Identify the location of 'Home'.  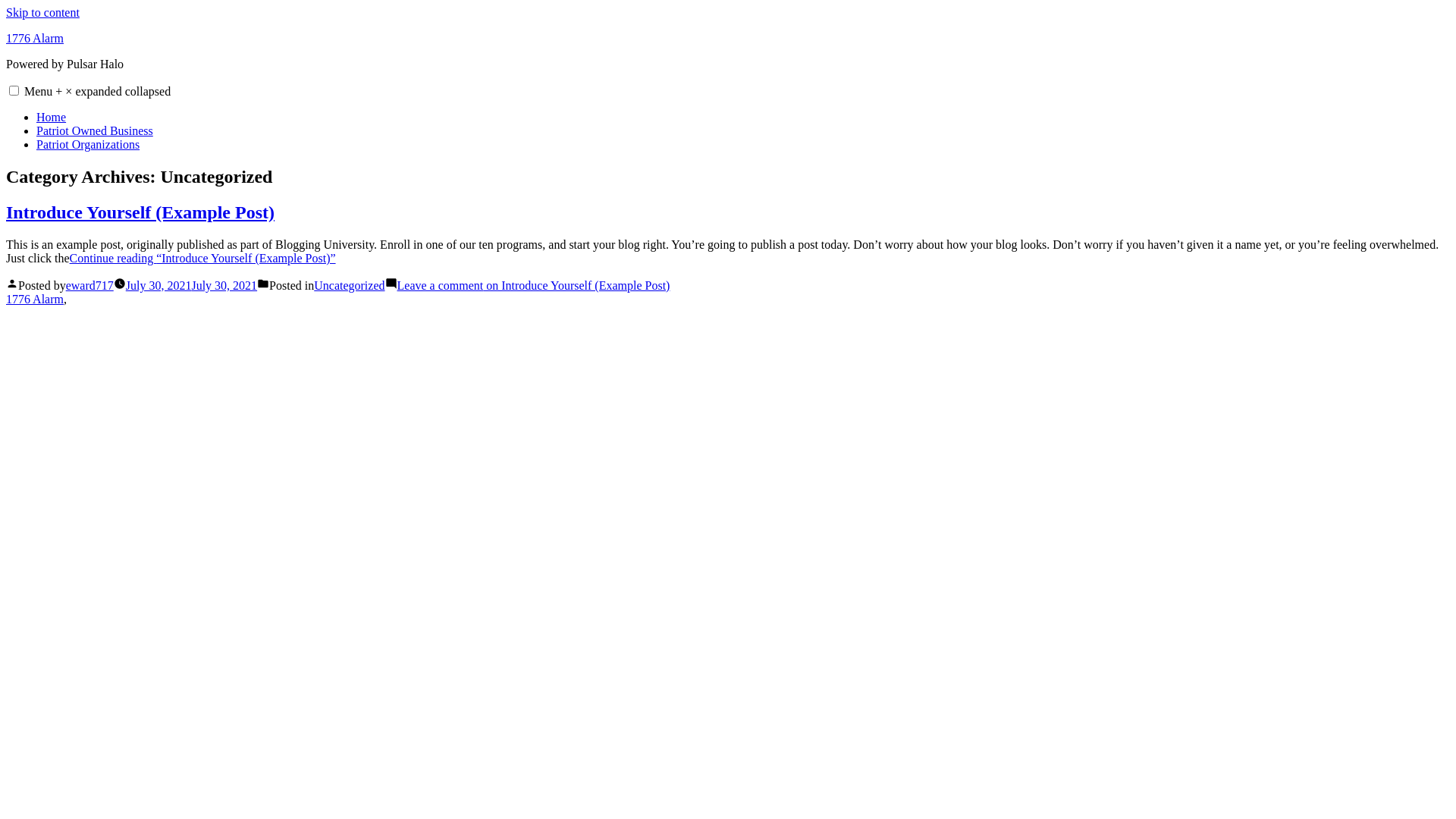
(51, 116).